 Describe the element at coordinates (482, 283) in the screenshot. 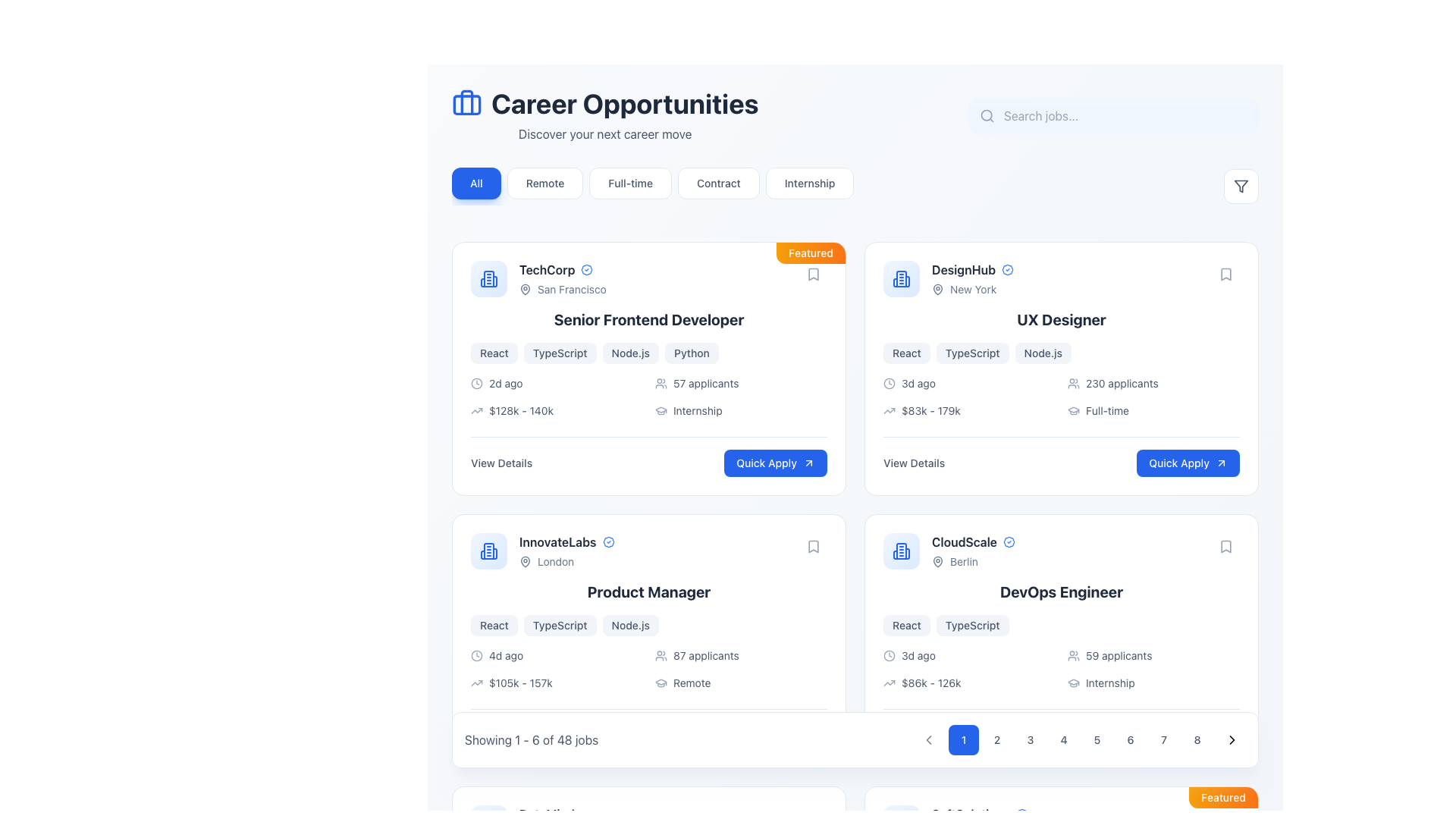

I see `the second subcomponent of the building icon within the 'TechCorp, San Francisco, Senior Frontend Developer' card, which visually represents a building's side` at that location.